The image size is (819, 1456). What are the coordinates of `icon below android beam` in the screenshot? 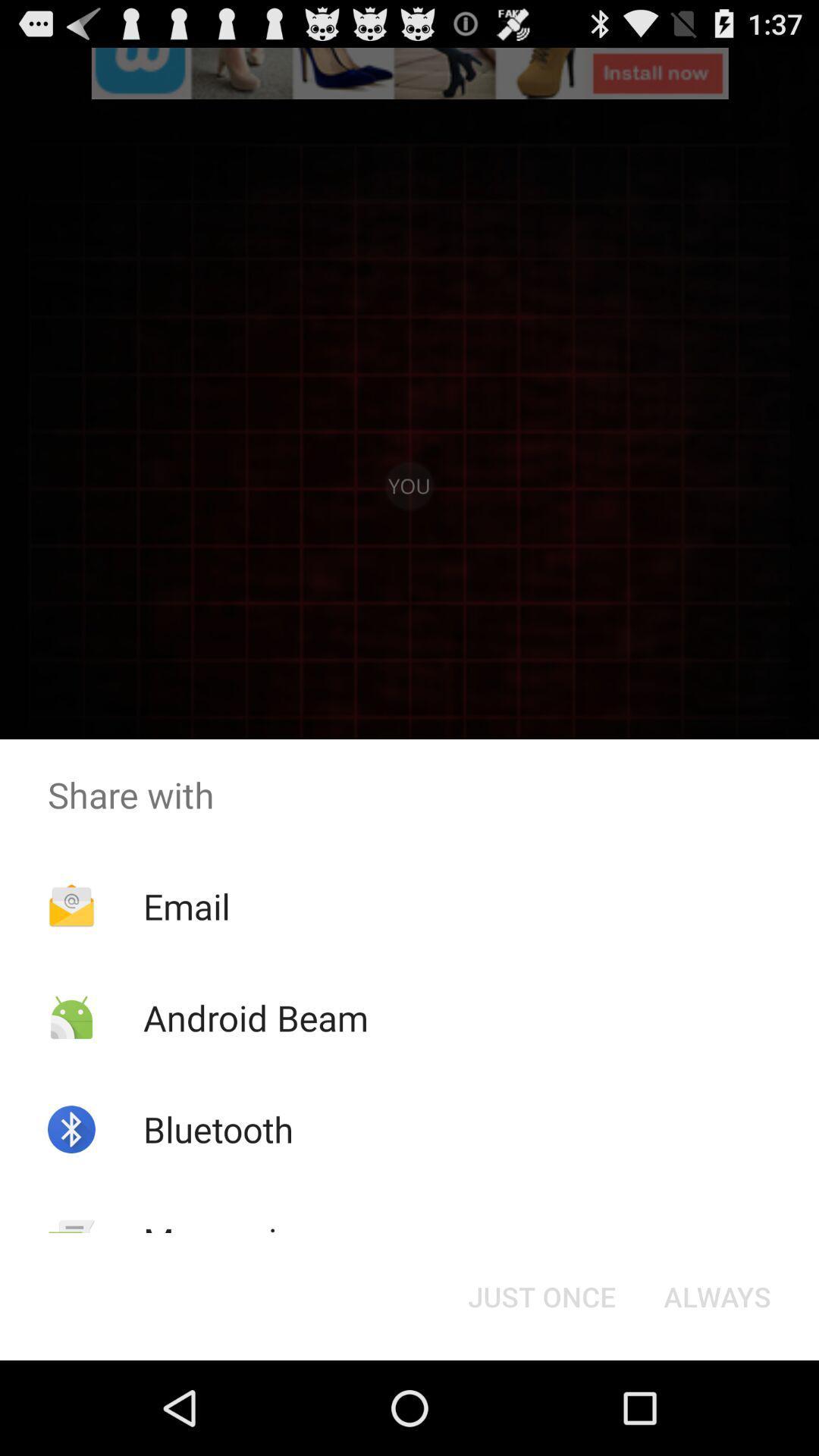 It's located at (218, 1129).